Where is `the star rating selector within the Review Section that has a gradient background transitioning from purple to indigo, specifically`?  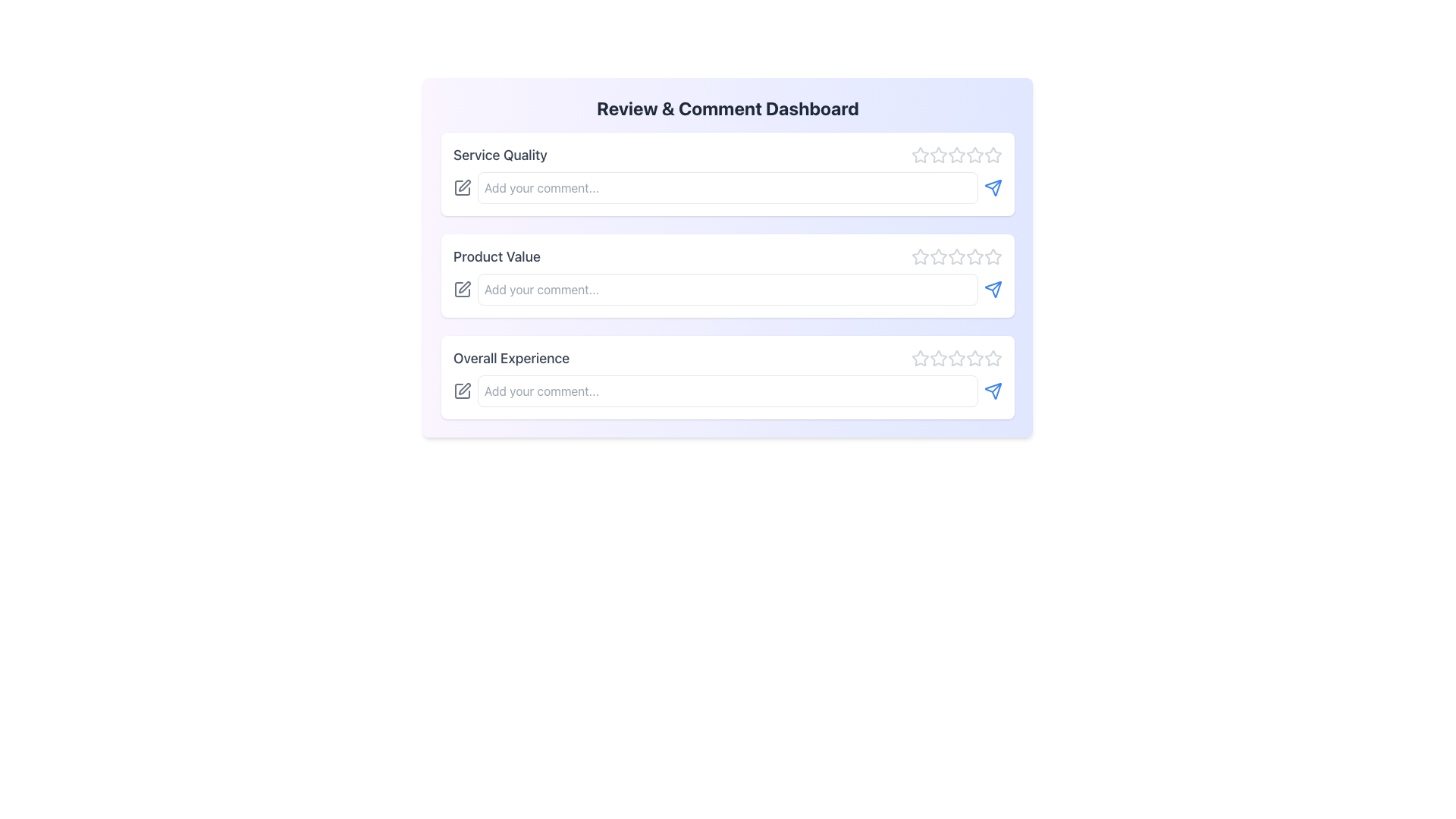 the star rating selector within the Review Section that has a gradient background transitioning from purple to indigo, specifically is located at coordinates (728, 256).